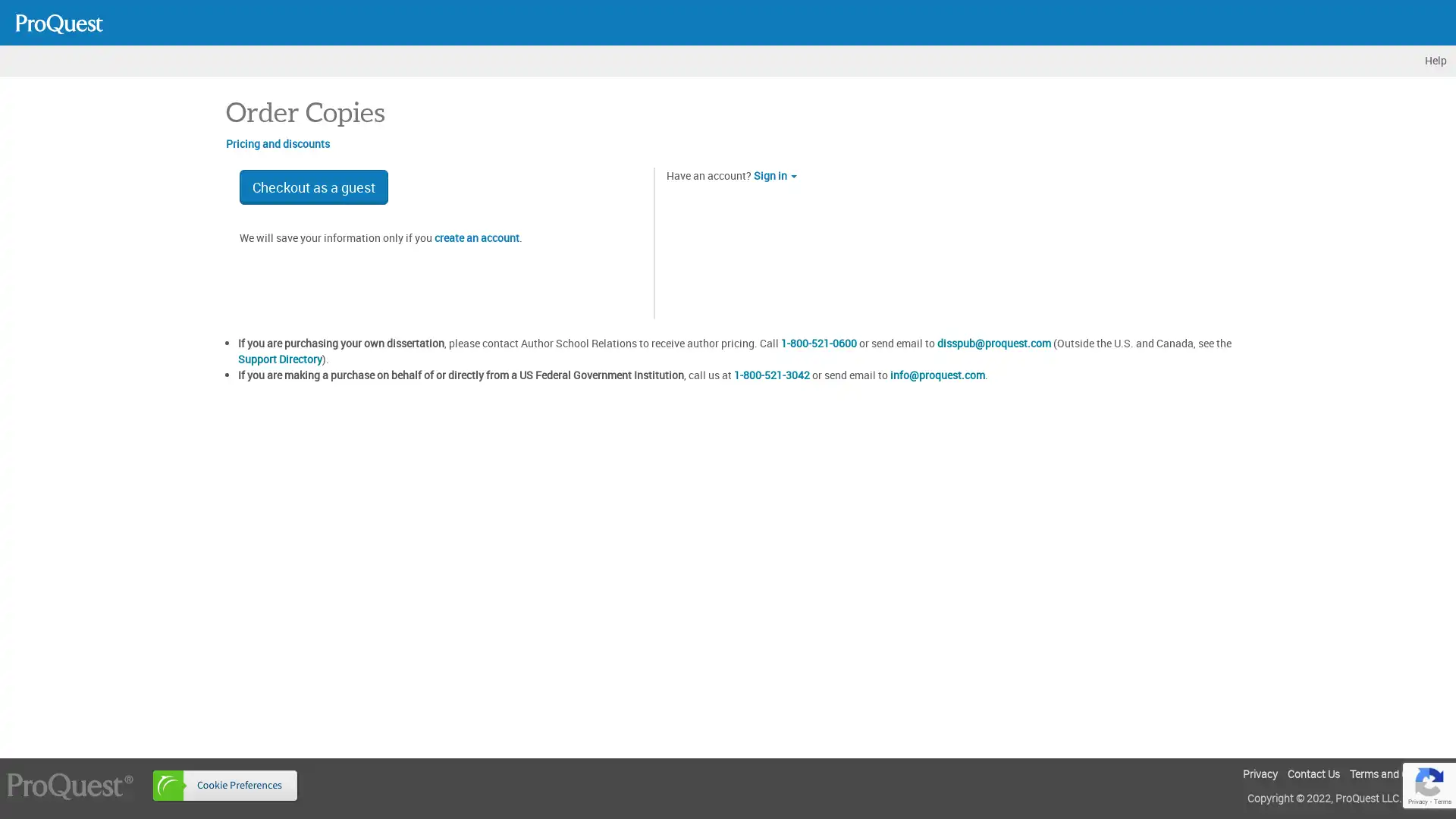  Describe the element at coordinates (312, 186) in the screenshot. I see `Checkout as a guest` at that location.